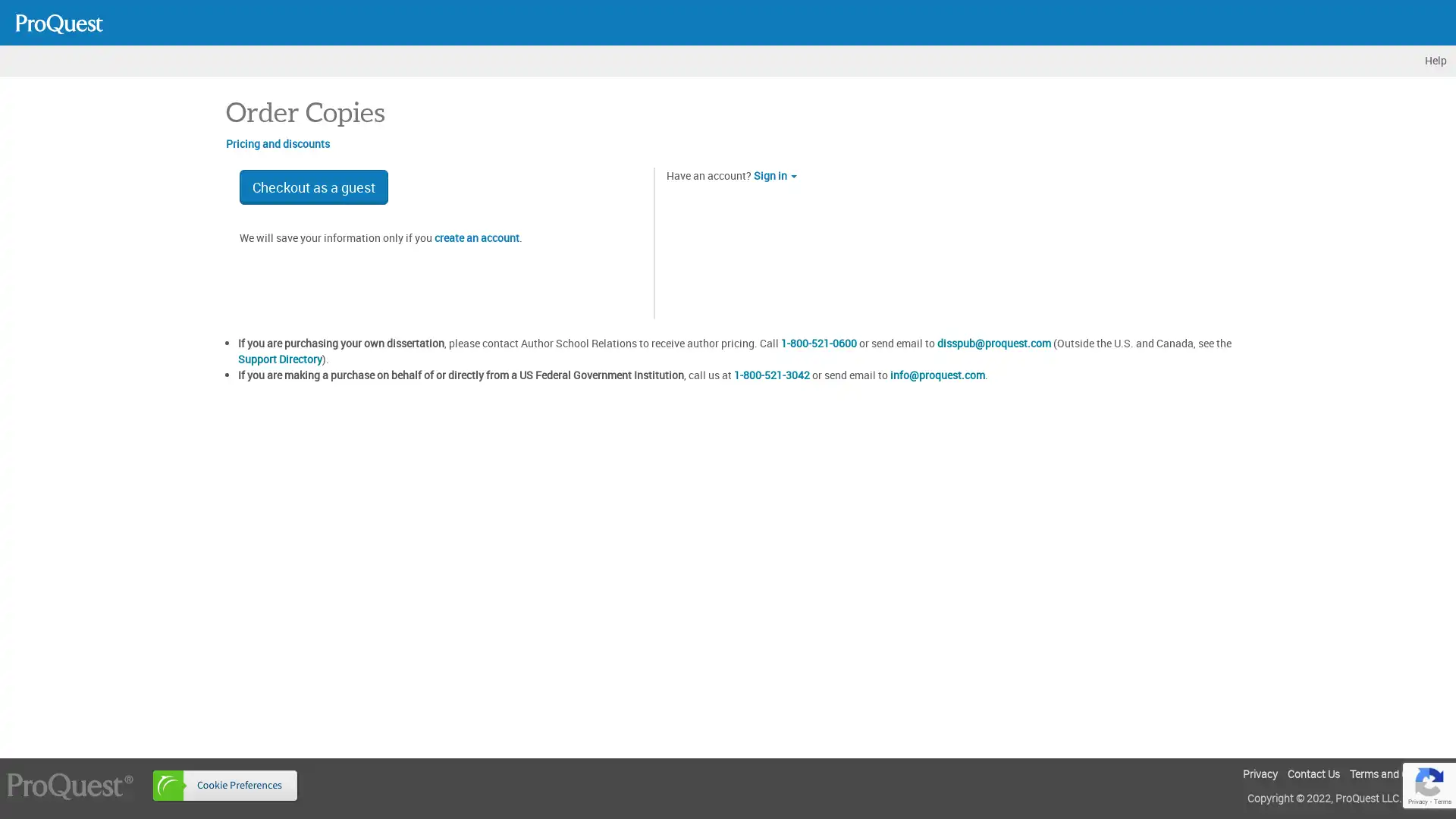  Describe the element at coordinates (312, 186) in the screenshot. I see `Checkout as a guest` at that location.